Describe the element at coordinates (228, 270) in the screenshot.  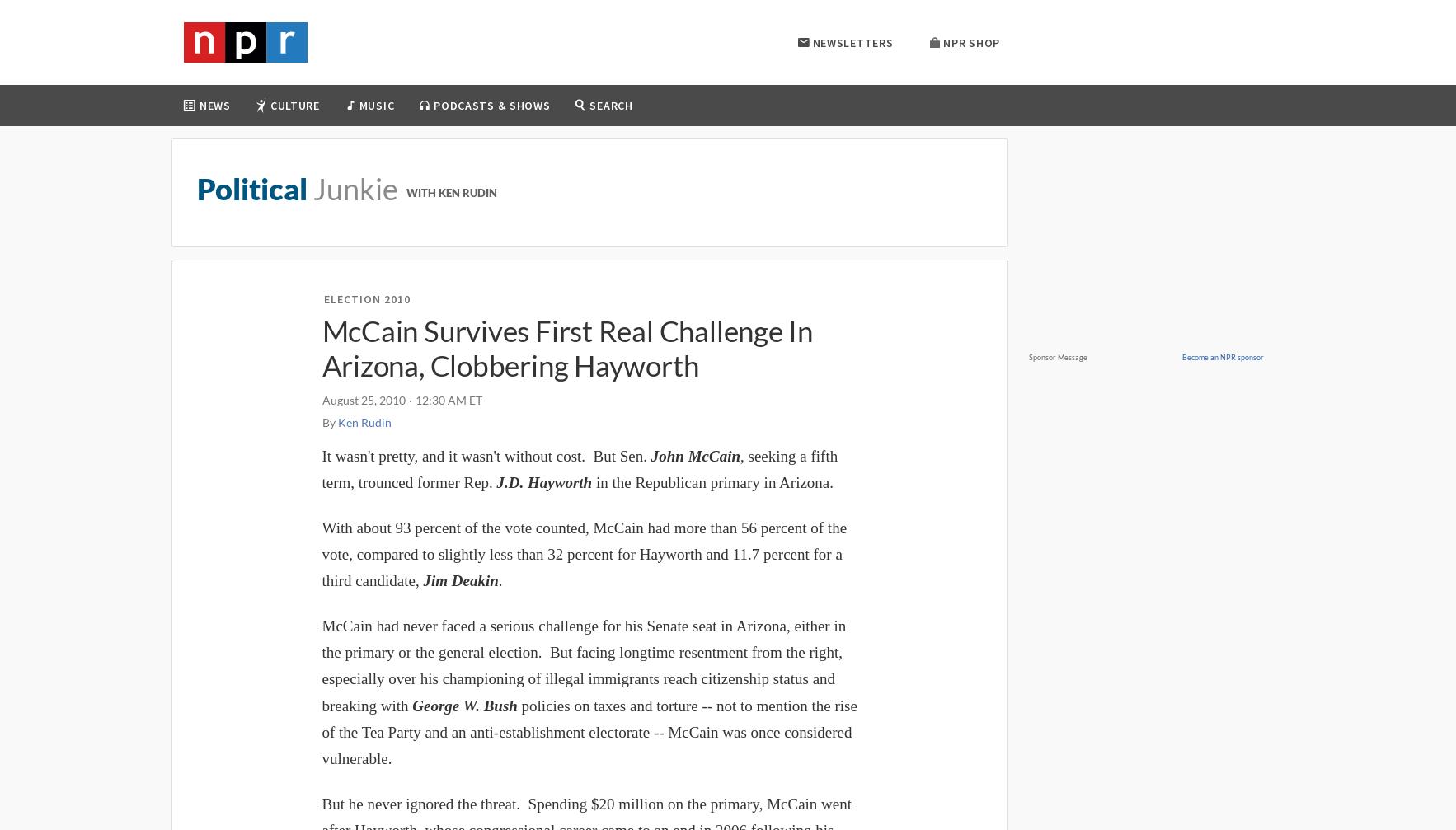
I see `'Climate'` at that location.